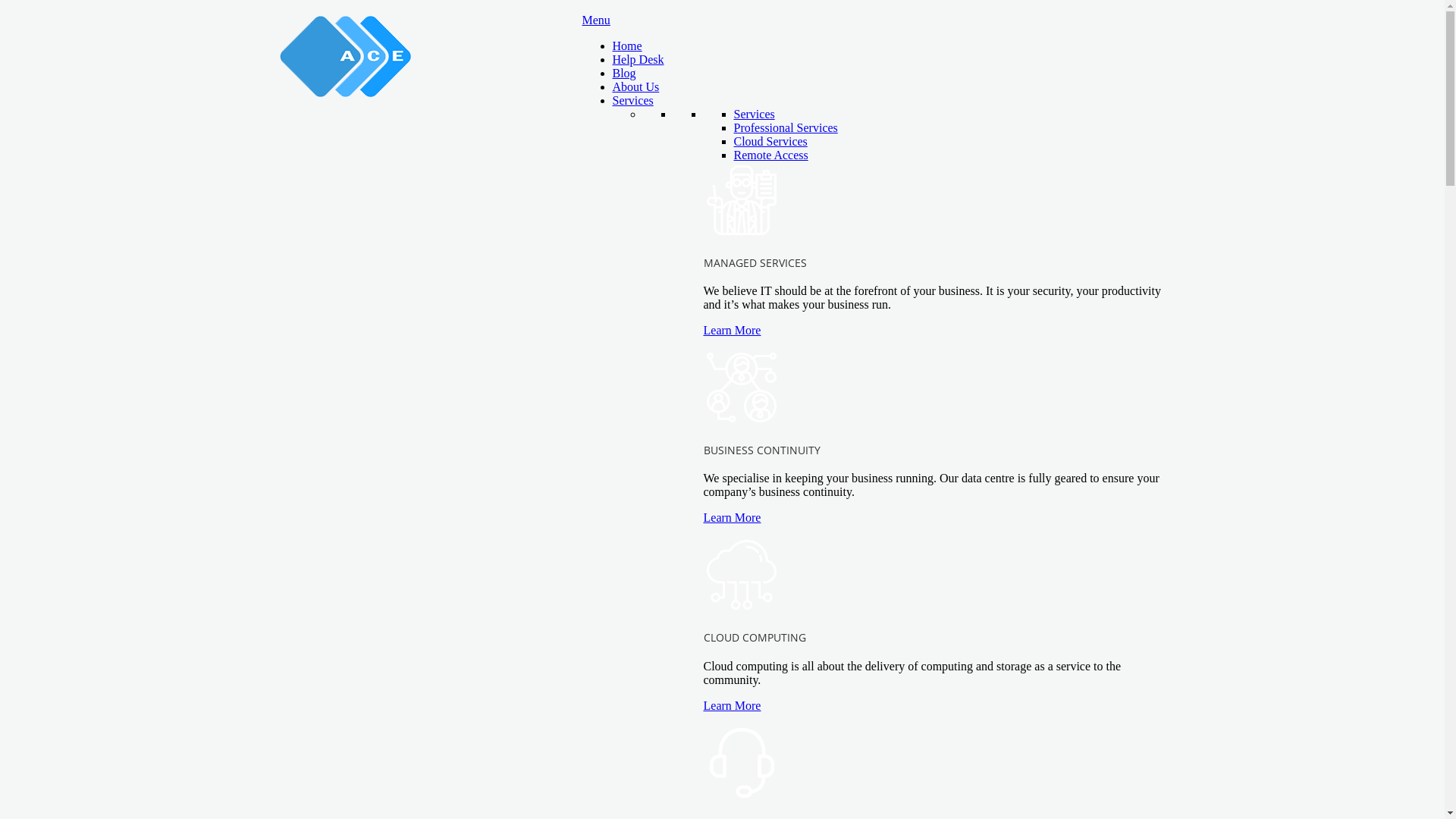 This screenshot has height=819, width=1456. What do you see at coordinates (702, 705) in the screenshot?
I see `'Learn More'` at bounding box center [702, 705].